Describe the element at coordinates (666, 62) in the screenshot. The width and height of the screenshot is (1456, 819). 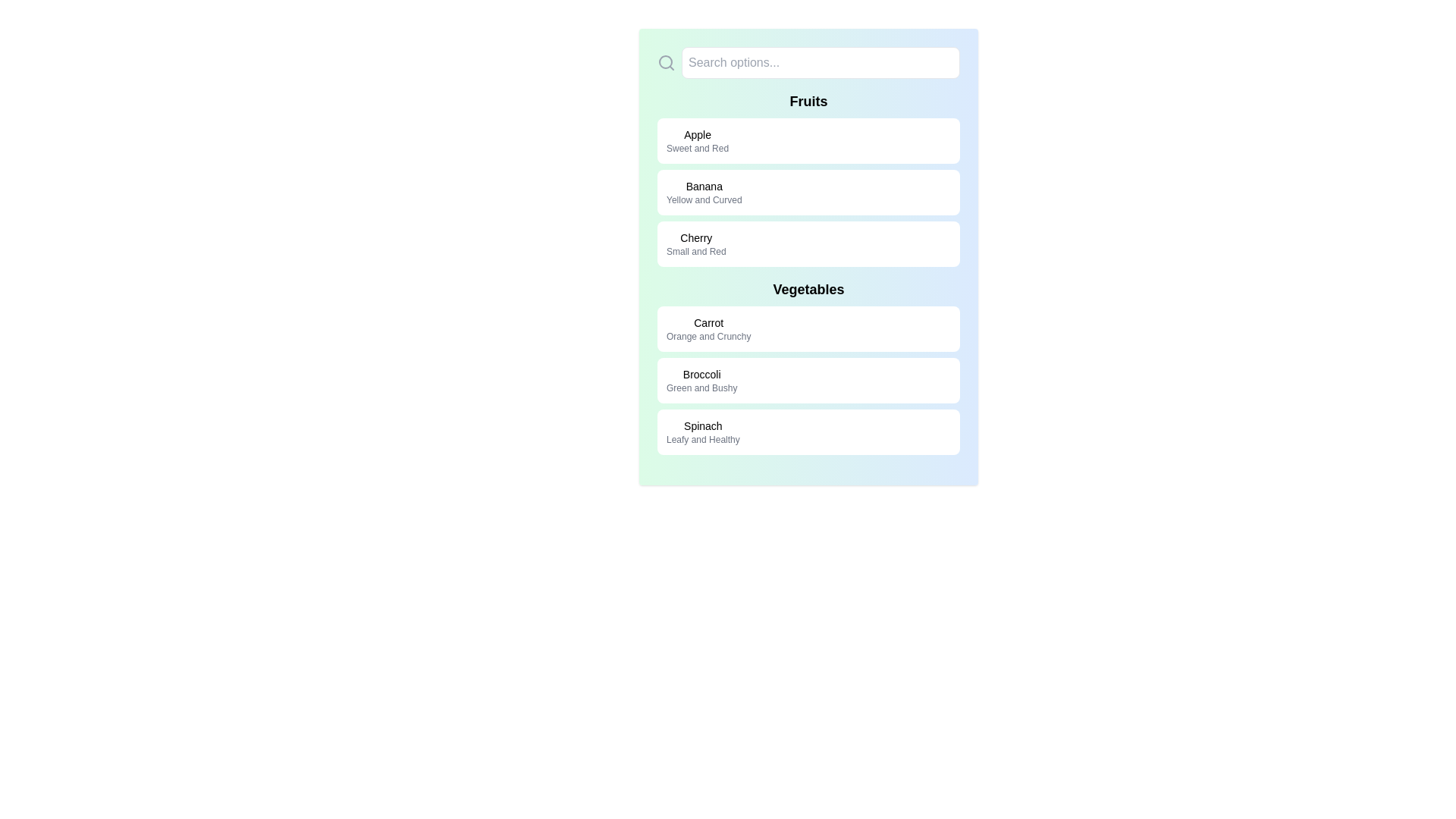
I see `the magnifying glass icon located at the leftmost side of the search input field, which is styled in a horizontally aligned layout` at that location.